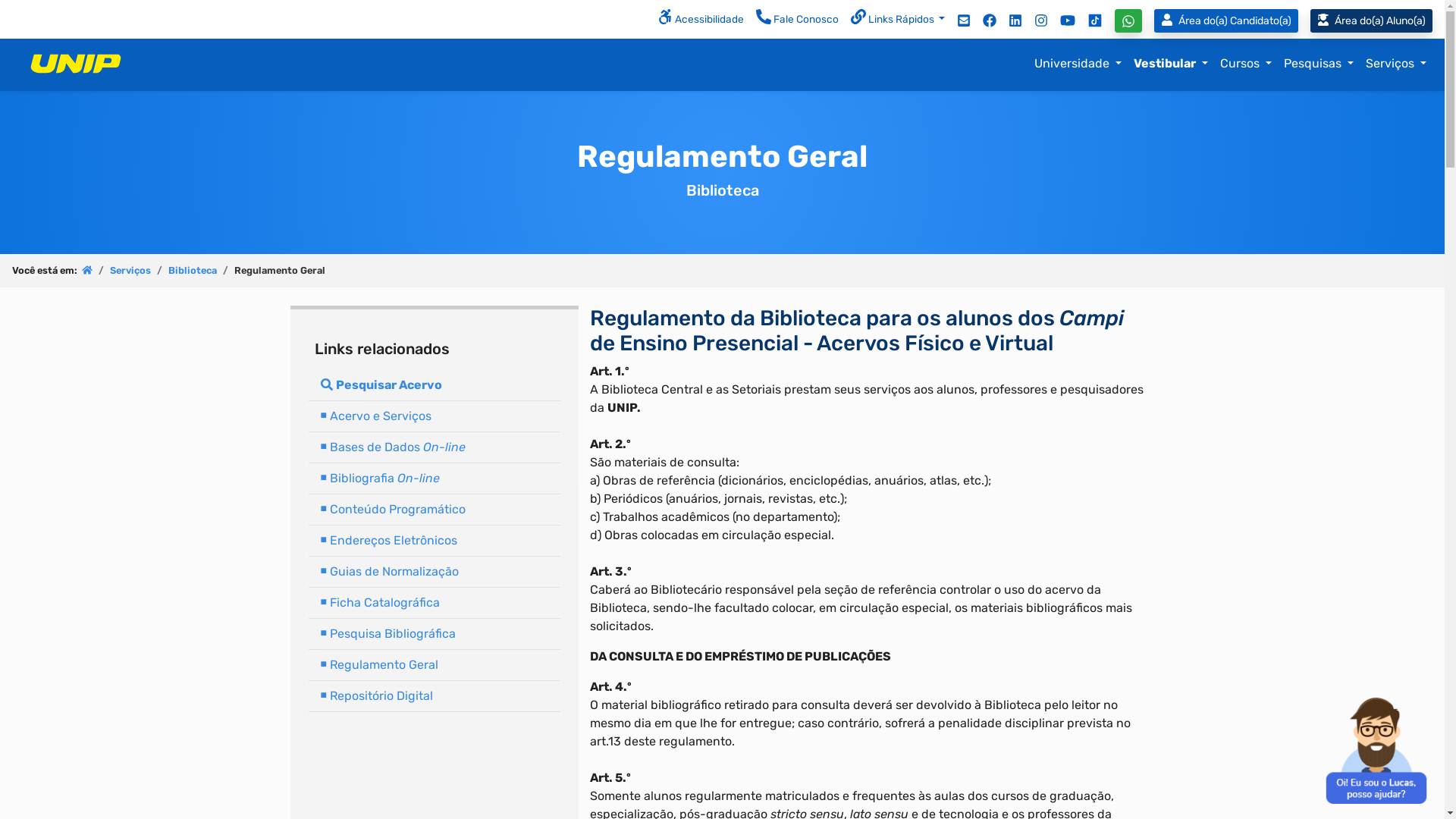 This screenshot has height=819, width=1456. What do you see at coordinates (976, 20) in the screenshot?
I see `'Siga a UNIP no Facebook'` at bounding box center [976, 20].